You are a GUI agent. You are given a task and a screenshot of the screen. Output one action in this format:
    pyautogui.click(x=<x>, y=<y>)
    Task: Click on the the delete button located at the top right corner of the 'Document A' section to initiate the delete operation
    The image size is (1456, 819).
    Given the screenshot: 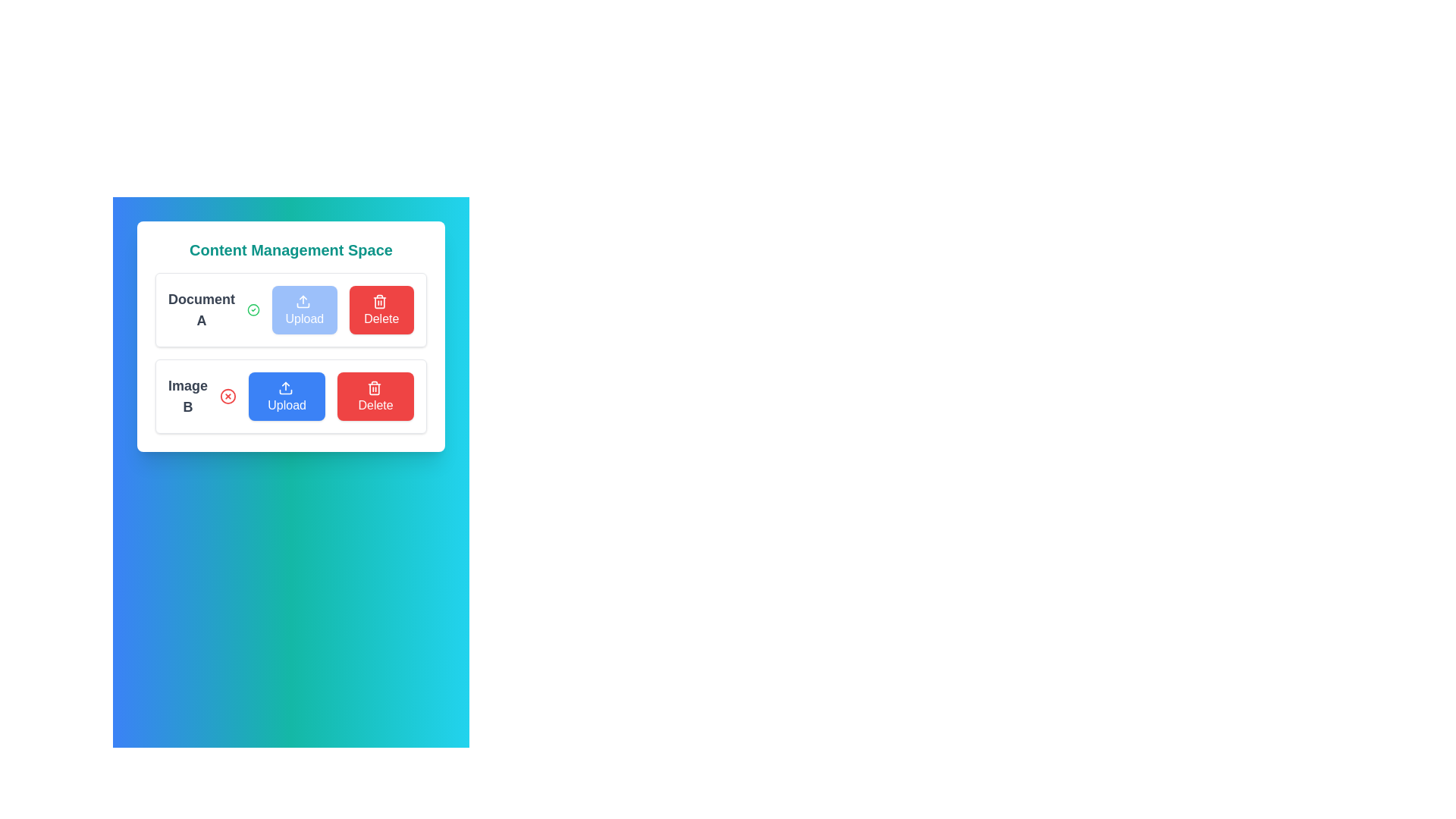 What is the action you would take?
    pyautogui.click(x=381, y=309)
    